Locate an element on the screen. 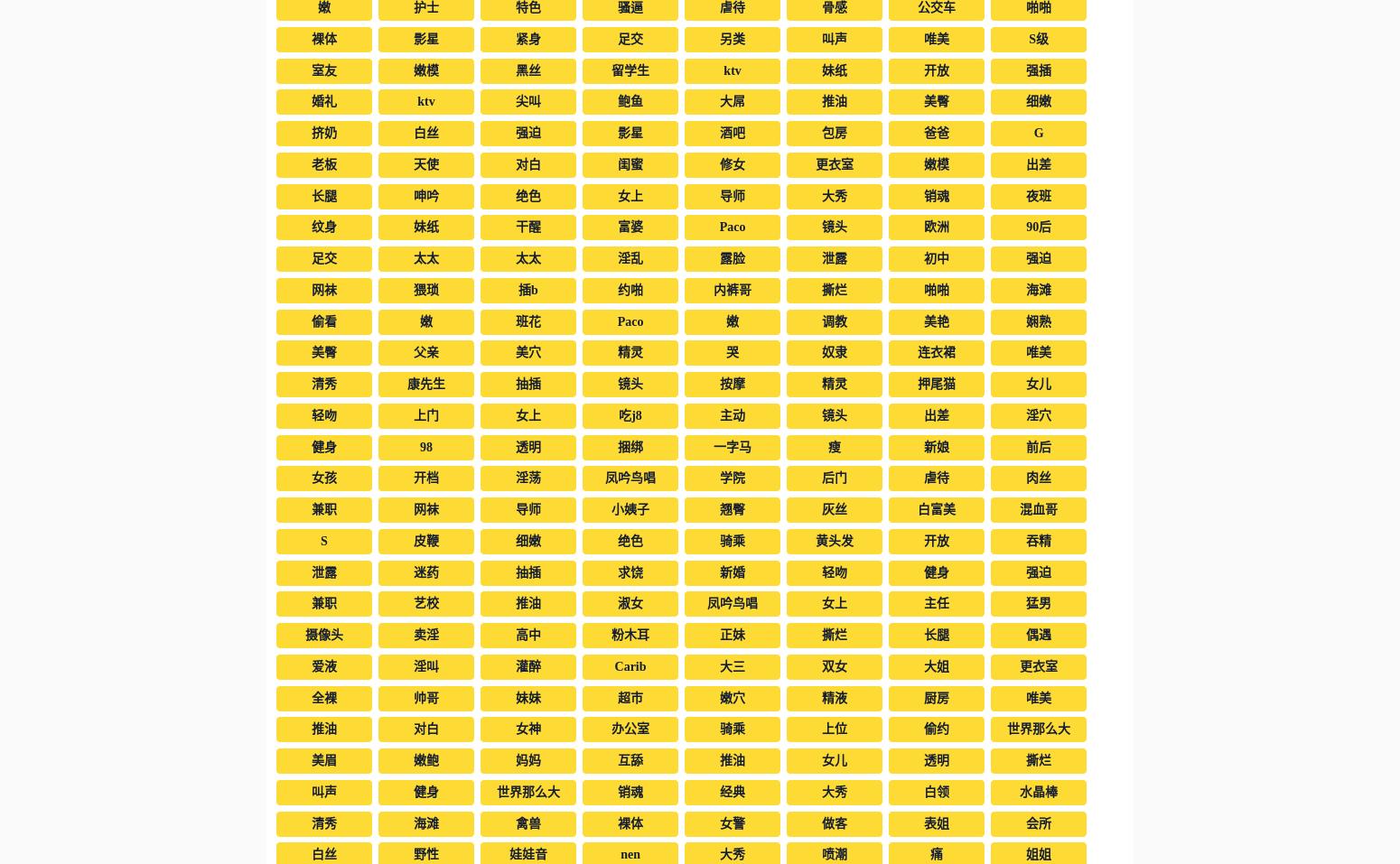 The image size is (1400, 864). '插b' is located at coordinates (527, 289).